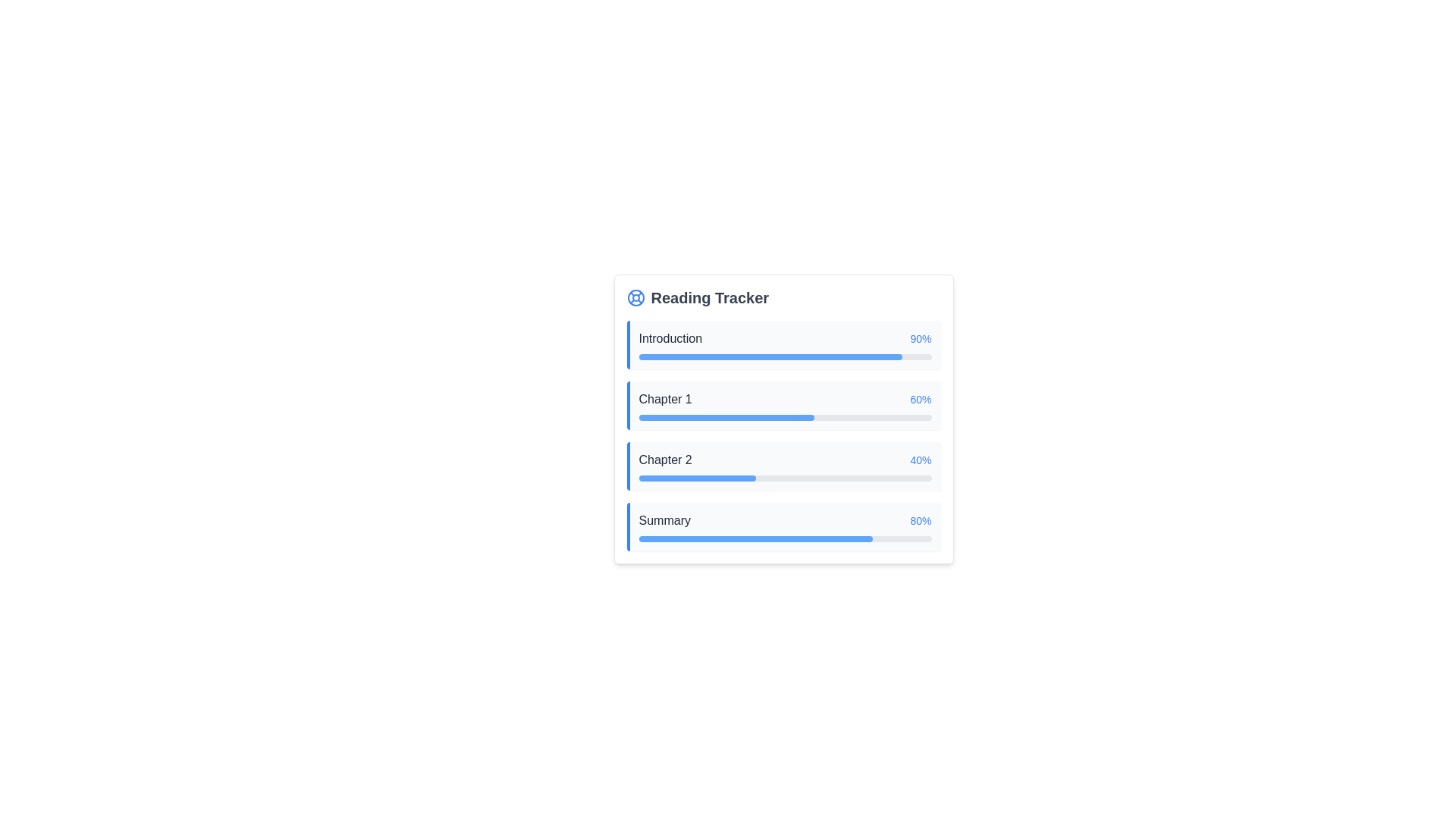 The height and width of the screenshot is (819, 1456). Describe the element at coordinates (665, 399) in the screenshot. I see `the text label displaying 'Chapter 1', which is styled in dark gray and is the leftmost text in its horizontal layout, positioned above 'Chapter 2' and below 'Introduction'` at that location.